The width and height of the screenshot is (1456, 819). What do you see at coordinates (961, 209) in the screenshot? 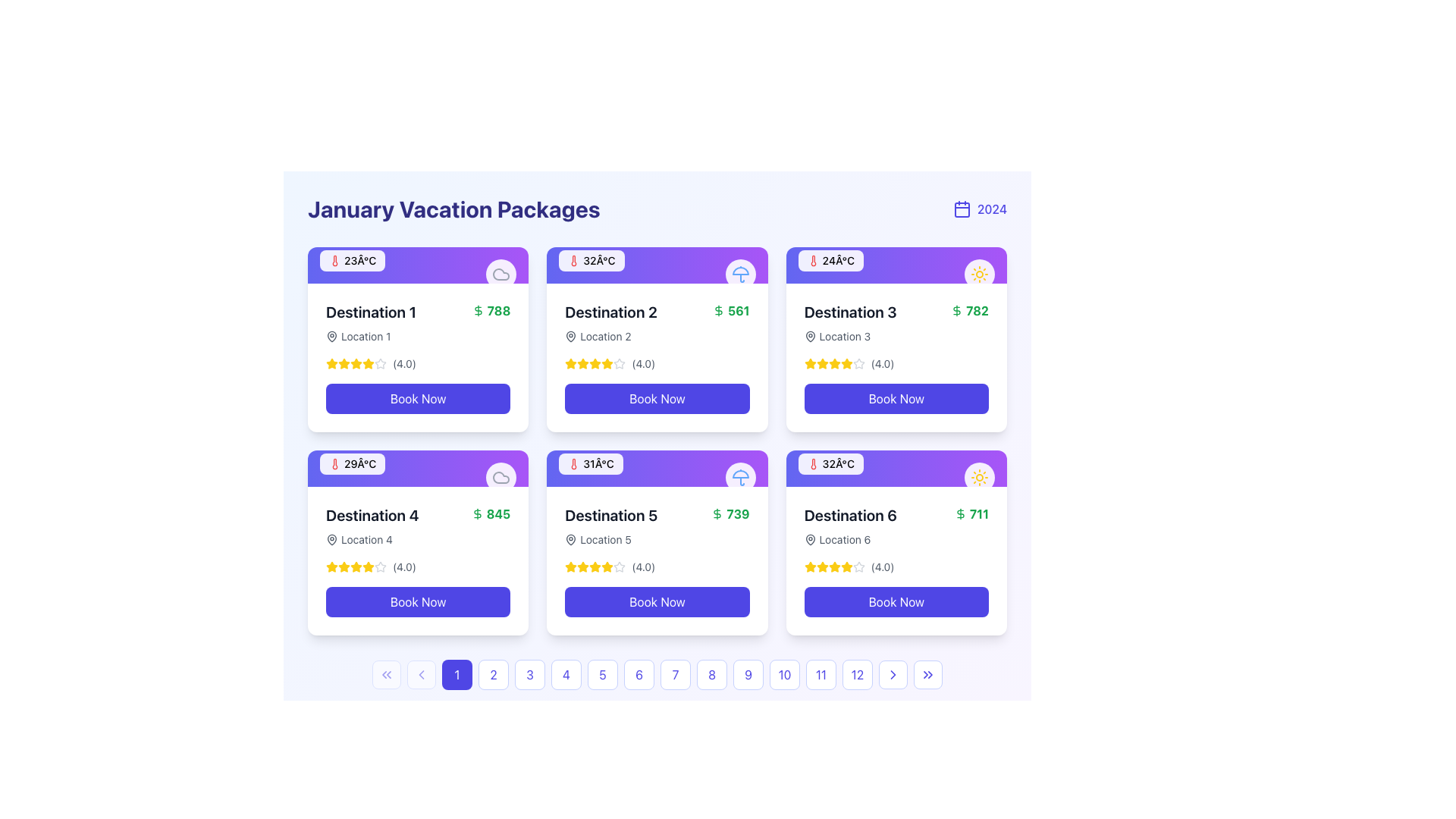
I see `the calendar icon, which is a square outline with a white background and blue stroke, located in the top-right corner of the interface, adjacent to the text '2024'` at bounding box center [961, 209].